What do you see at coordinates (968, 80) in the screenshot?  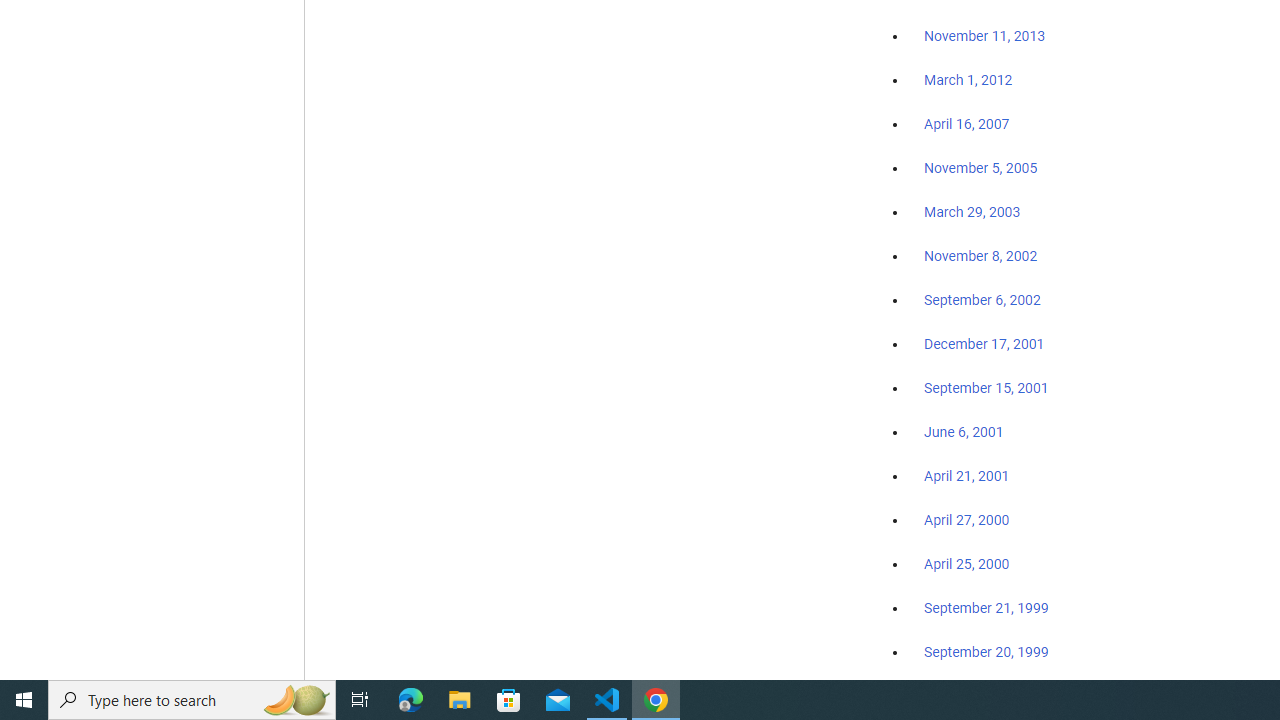 I see `'March 1, 2012'` at bounding box center [968, 80].